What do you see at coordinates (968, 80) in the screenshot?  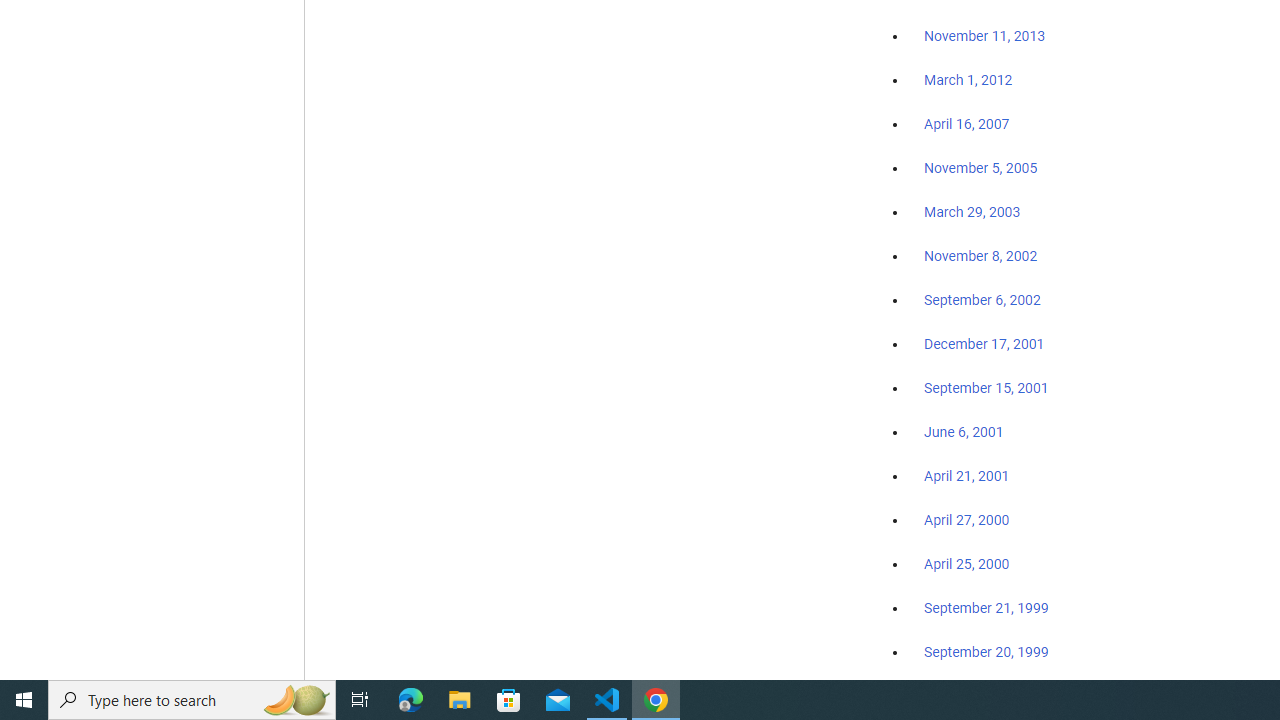 I see `'March 1, 2012'` at bounding box center [968, 80].